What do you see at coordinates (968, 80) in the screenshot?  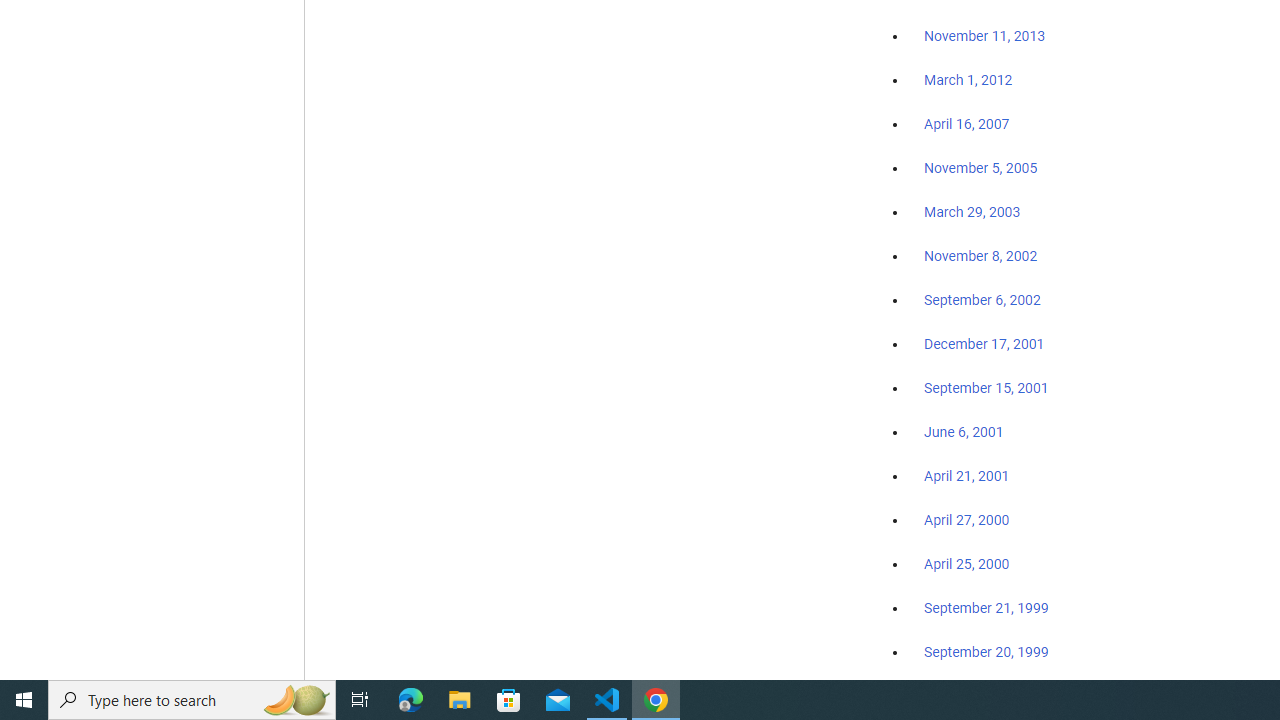 I see `'March 1, 2012'` at bounding box center [968, 80].